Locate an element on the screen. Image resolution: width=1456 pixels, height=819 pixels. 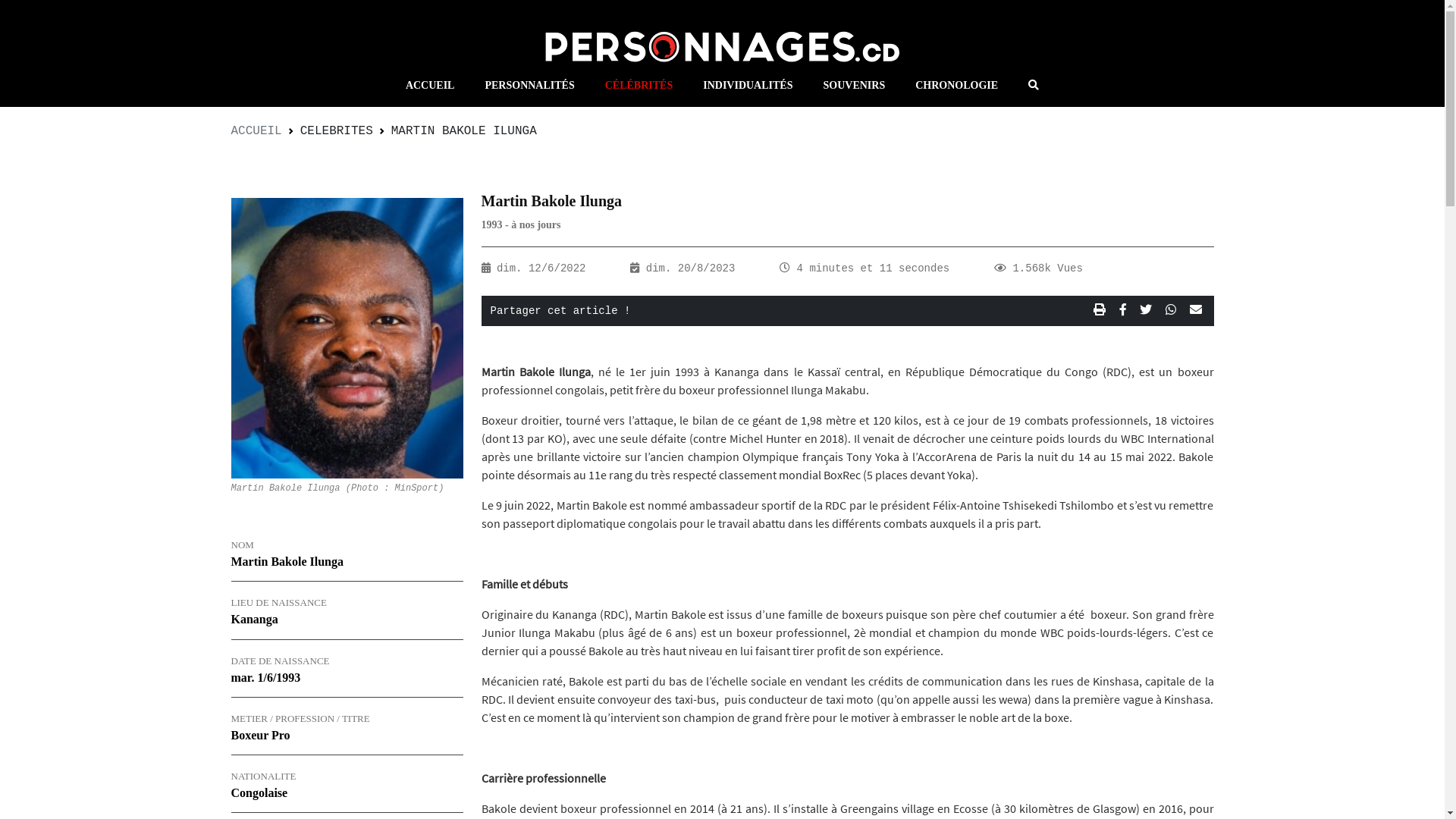
'ACCUEIL' is located at coordinates (229, 130).